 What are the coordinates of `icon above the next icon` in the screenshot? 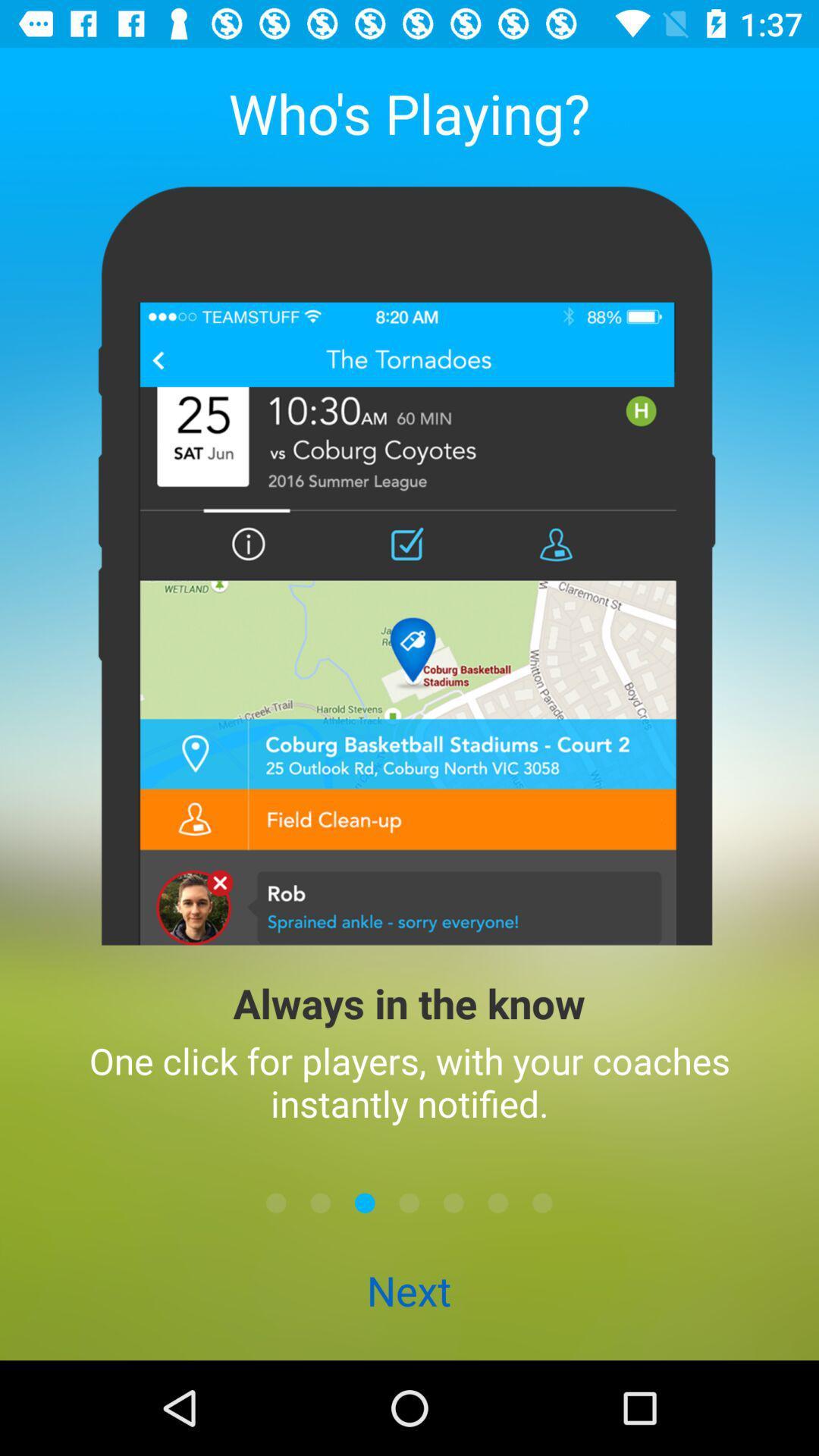 It's located at (276, 1202).